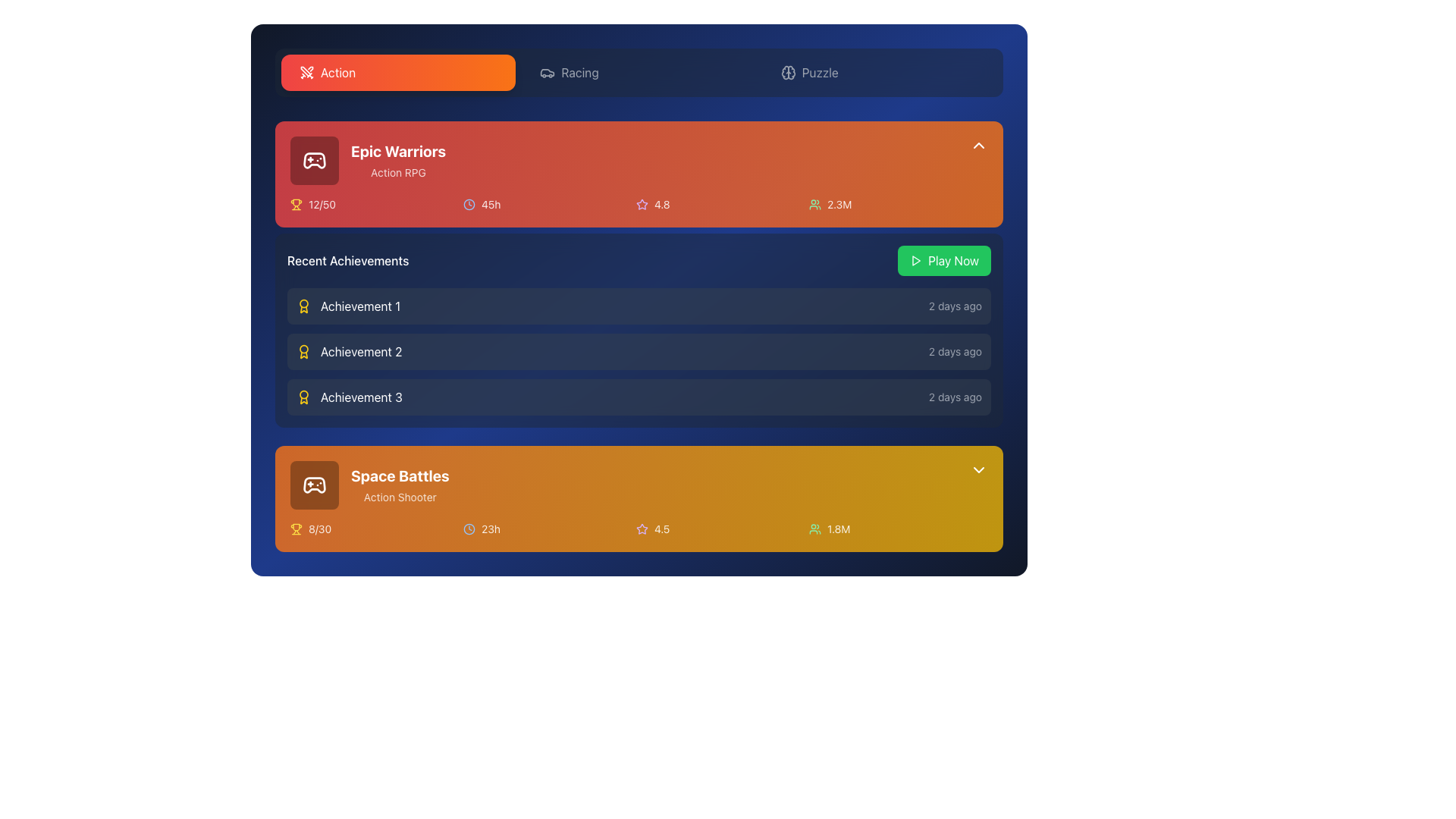 The width and height of the screenshot is (1456, 819). Describe the element at coordinates (979, 469) in the screenshot. I see `the downward pointing chevron icon, which is white and located at the top-right corner of a golden orange section` at that location.